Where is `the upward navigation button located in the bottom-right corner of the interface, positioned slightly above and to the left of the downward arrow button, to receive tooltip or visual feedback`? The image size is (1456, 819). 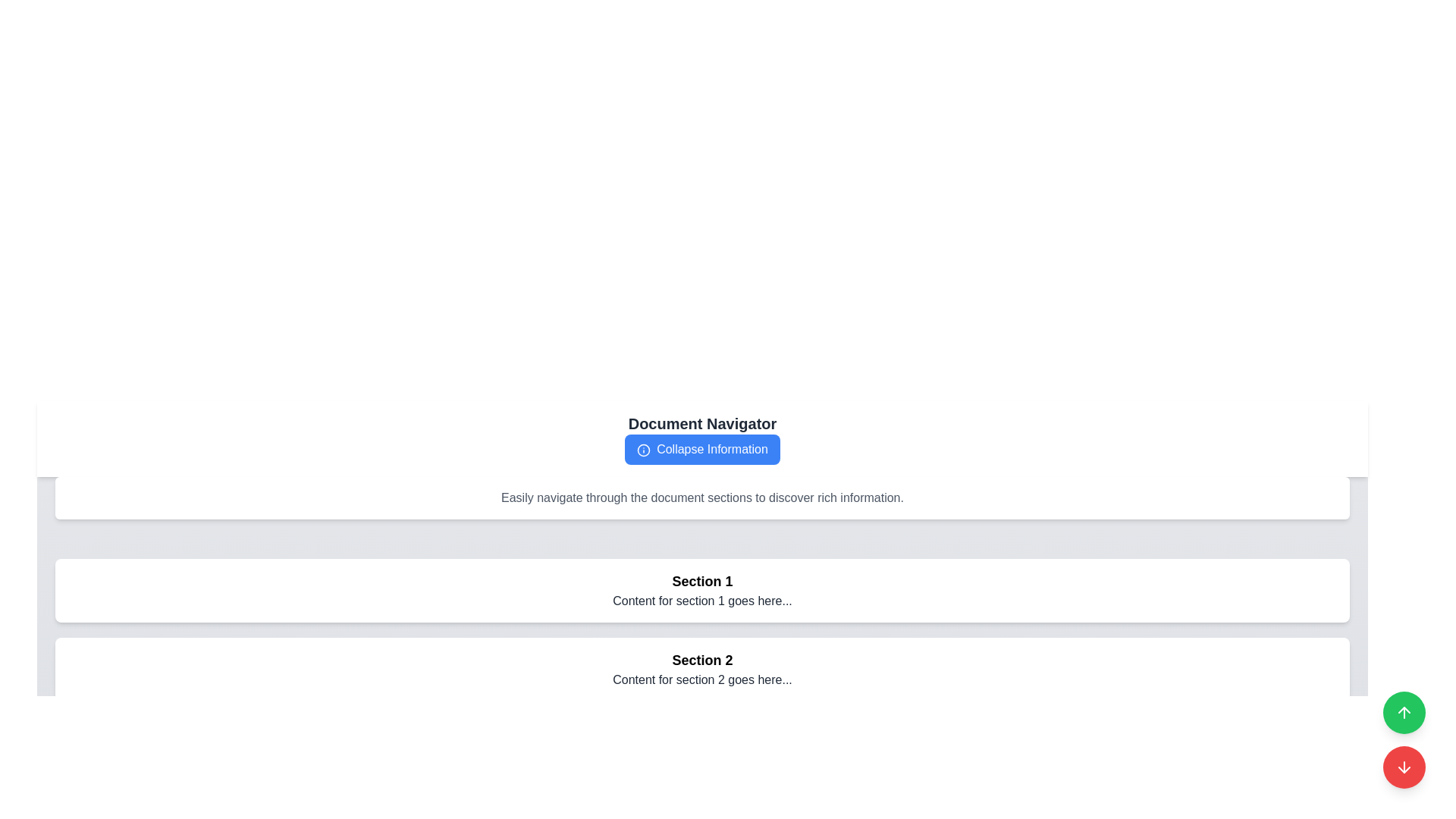
the upward navigation button located in the bottom-right corner of the interface, positioned slightly above and to the left of the downward arrow button, to receive tooltip or visual feedback is located at coordinates (1404, 713).